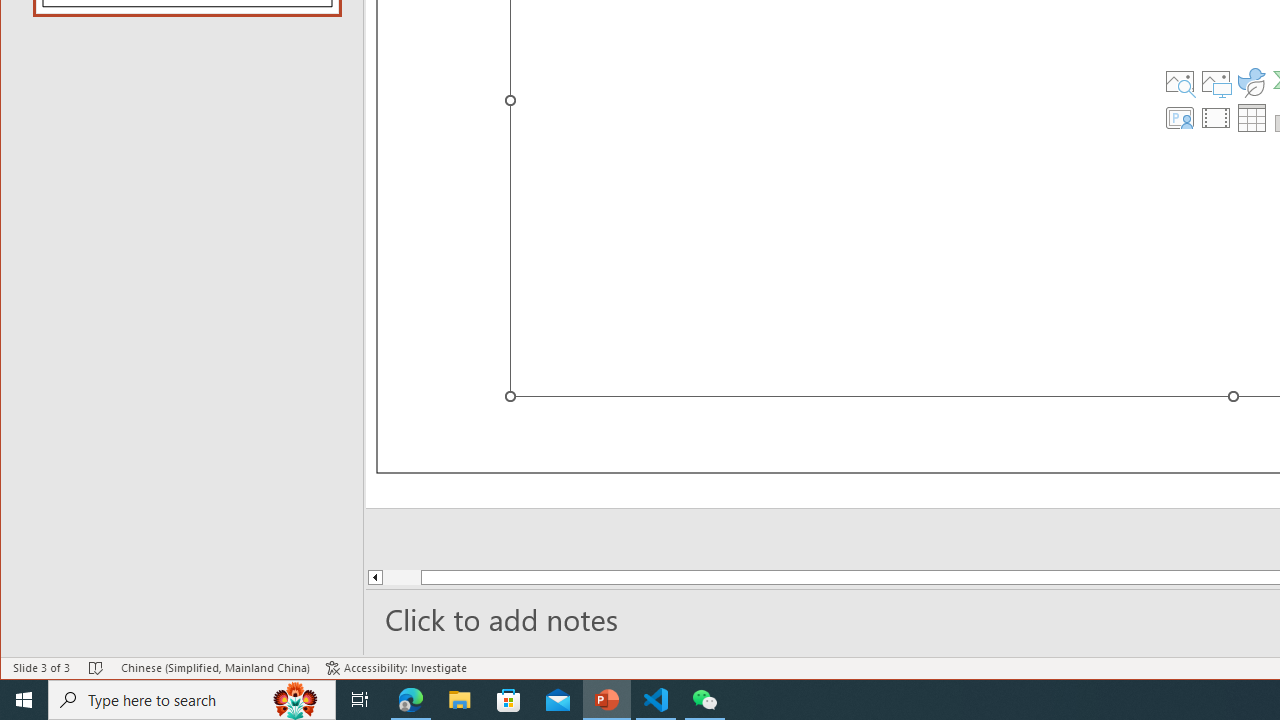  I want to click on 'Visual Studio Code - 1 running window', so click(656, 698).